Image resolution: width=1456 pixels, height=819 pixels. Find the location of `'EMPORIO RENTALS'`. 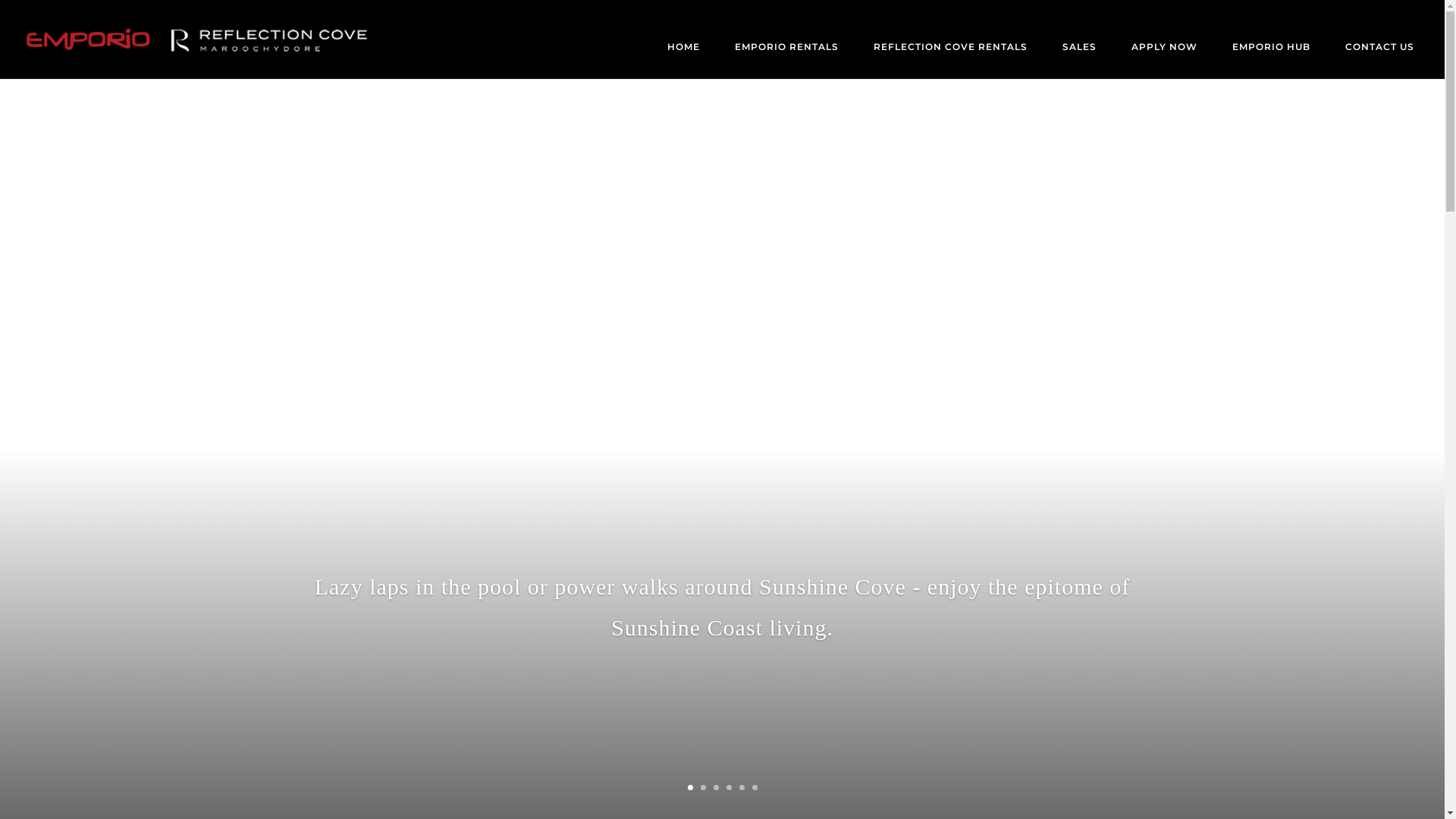

'EMPORIO RENTALS' is located at coordinates (786, 59).